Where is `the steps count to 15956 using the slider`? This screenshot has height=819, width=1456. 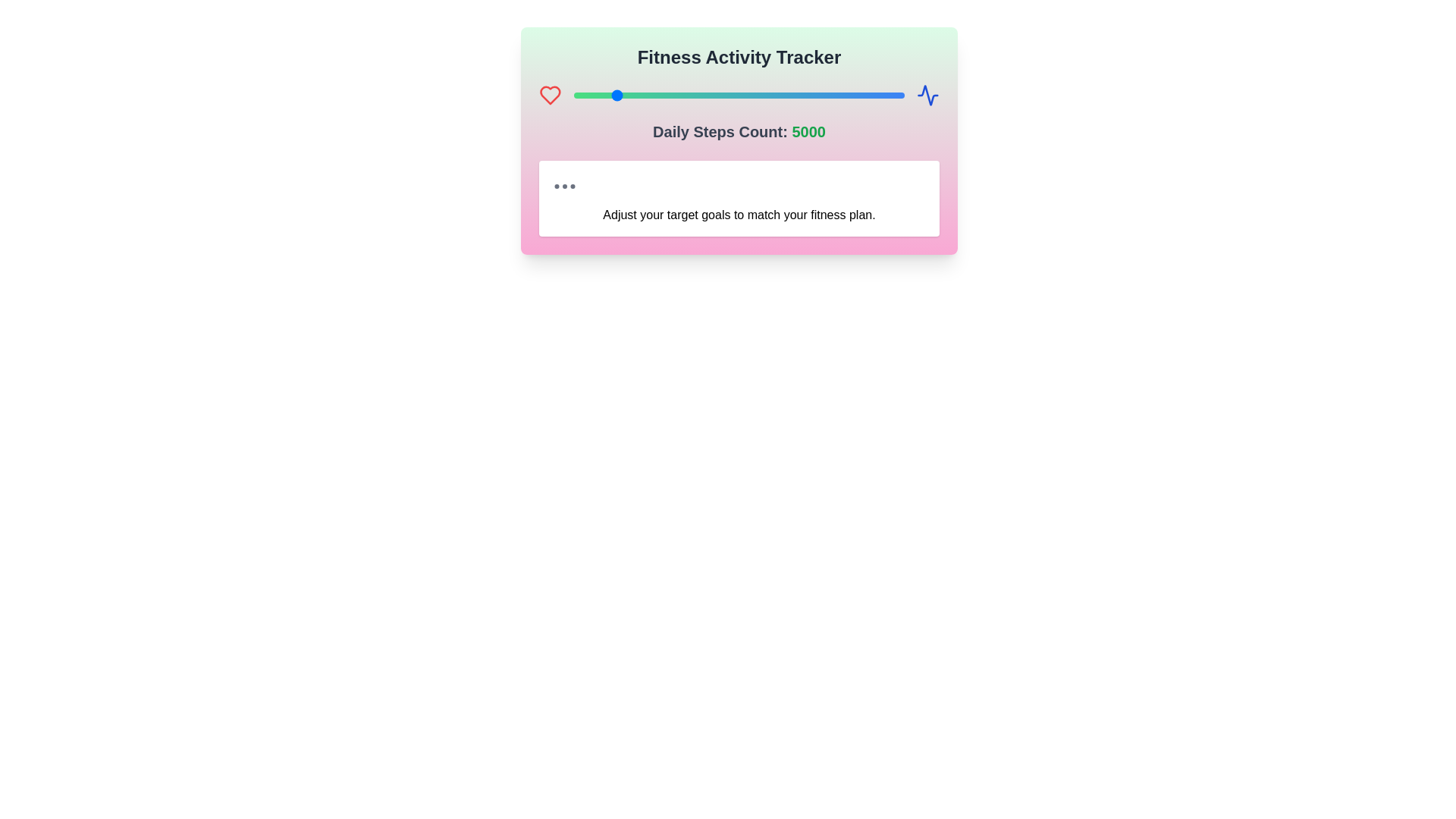 the steps count to 15956 using the slider is located at coordinates (825, 96).